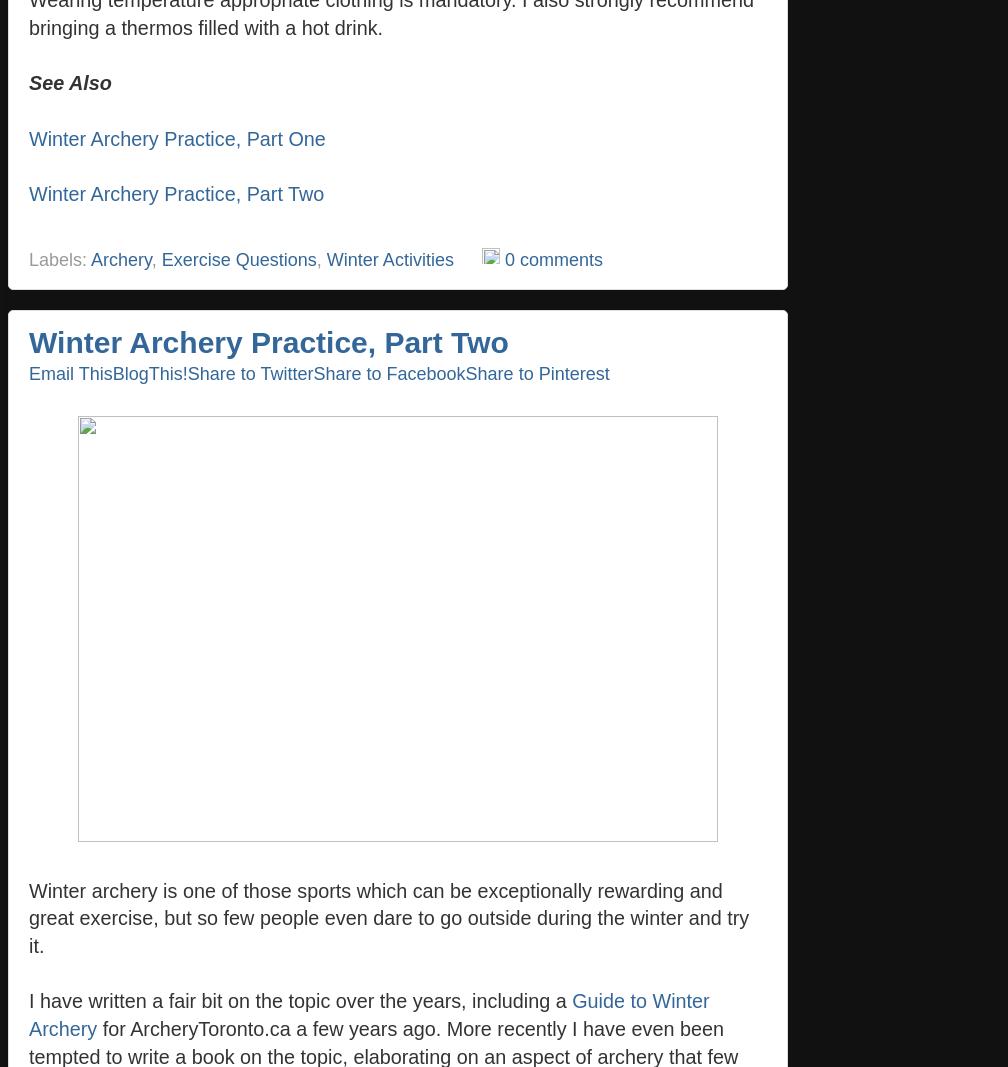  Describe the element at coordinates (325, 258) in the screenshot. I see `'Winter Activities'` at that location.